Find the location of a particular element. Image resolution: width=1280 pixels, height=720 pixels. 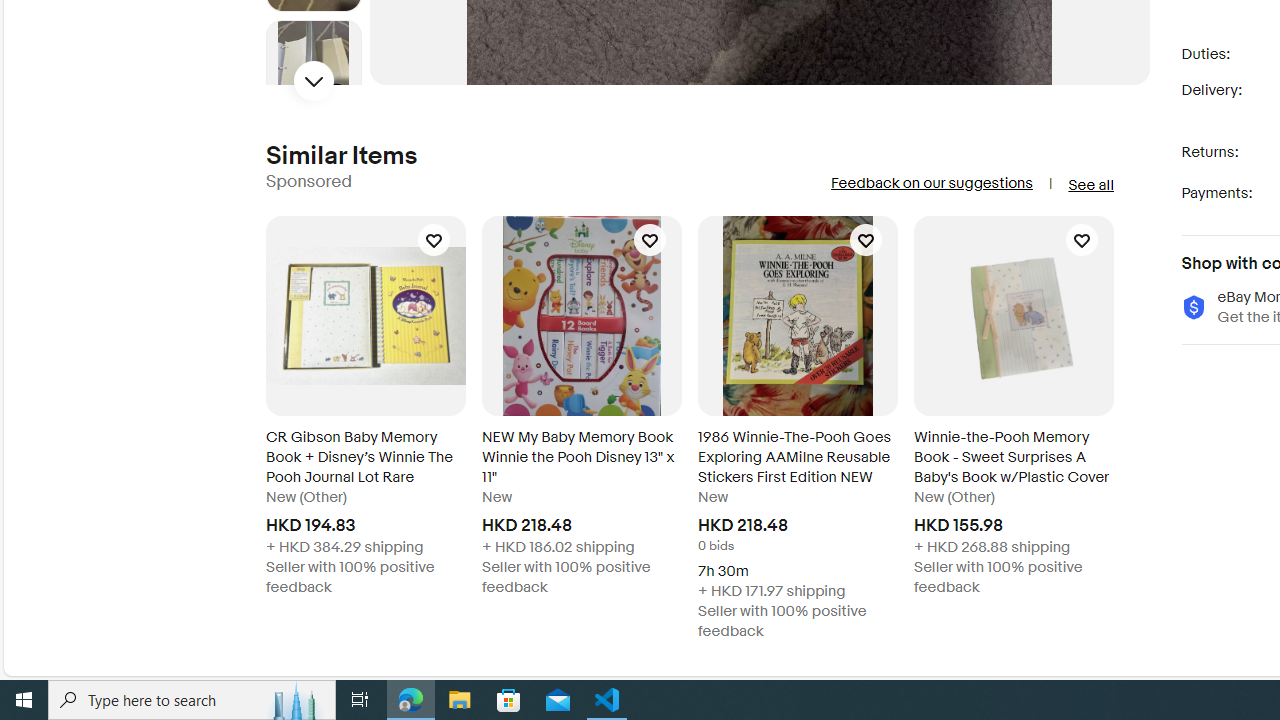

'Next image - Item images thumbnails' is located at coordinates (312, 80).